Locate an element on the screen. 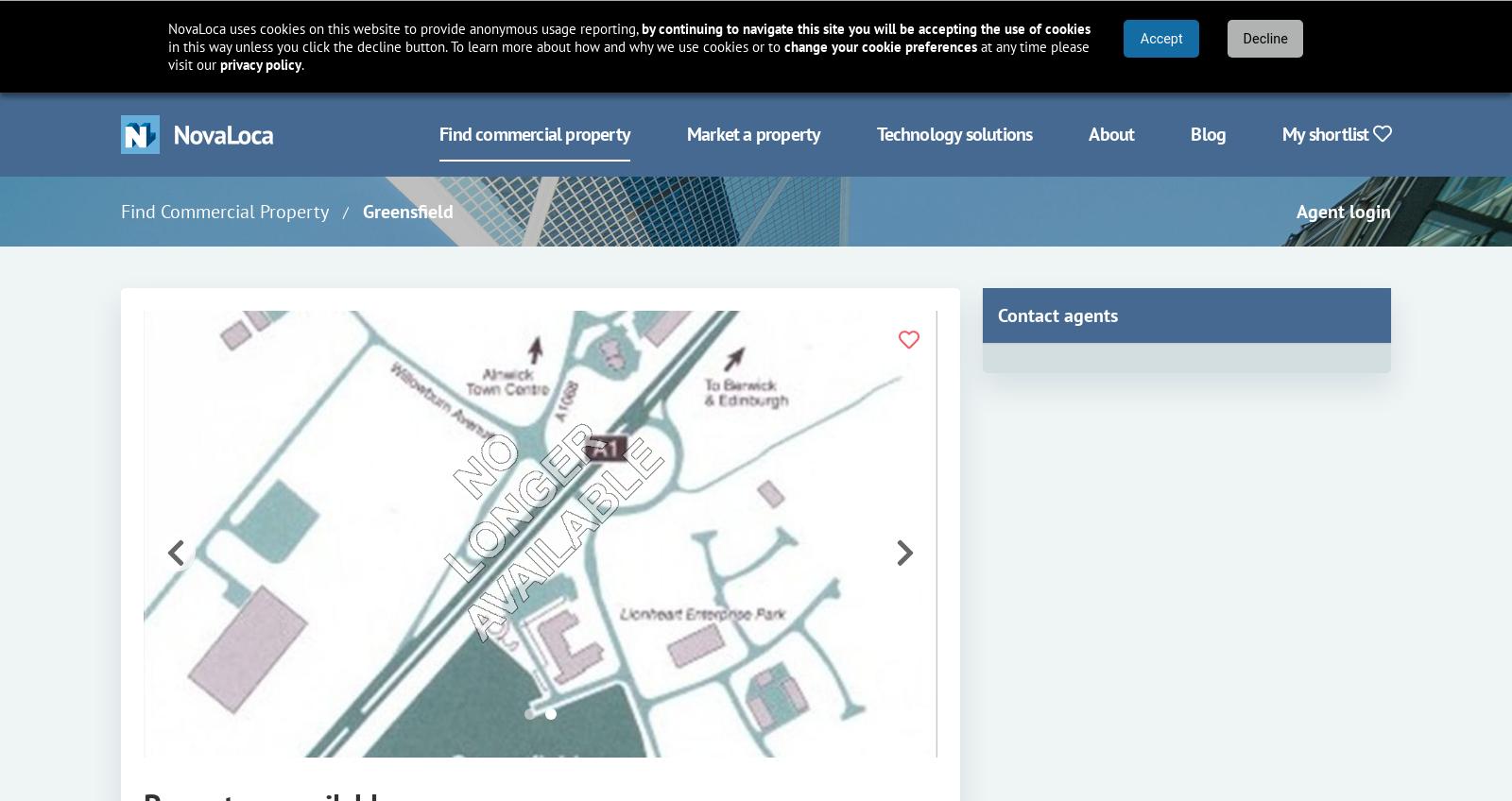  'Agent login' is located at coordinates (1342, 211).